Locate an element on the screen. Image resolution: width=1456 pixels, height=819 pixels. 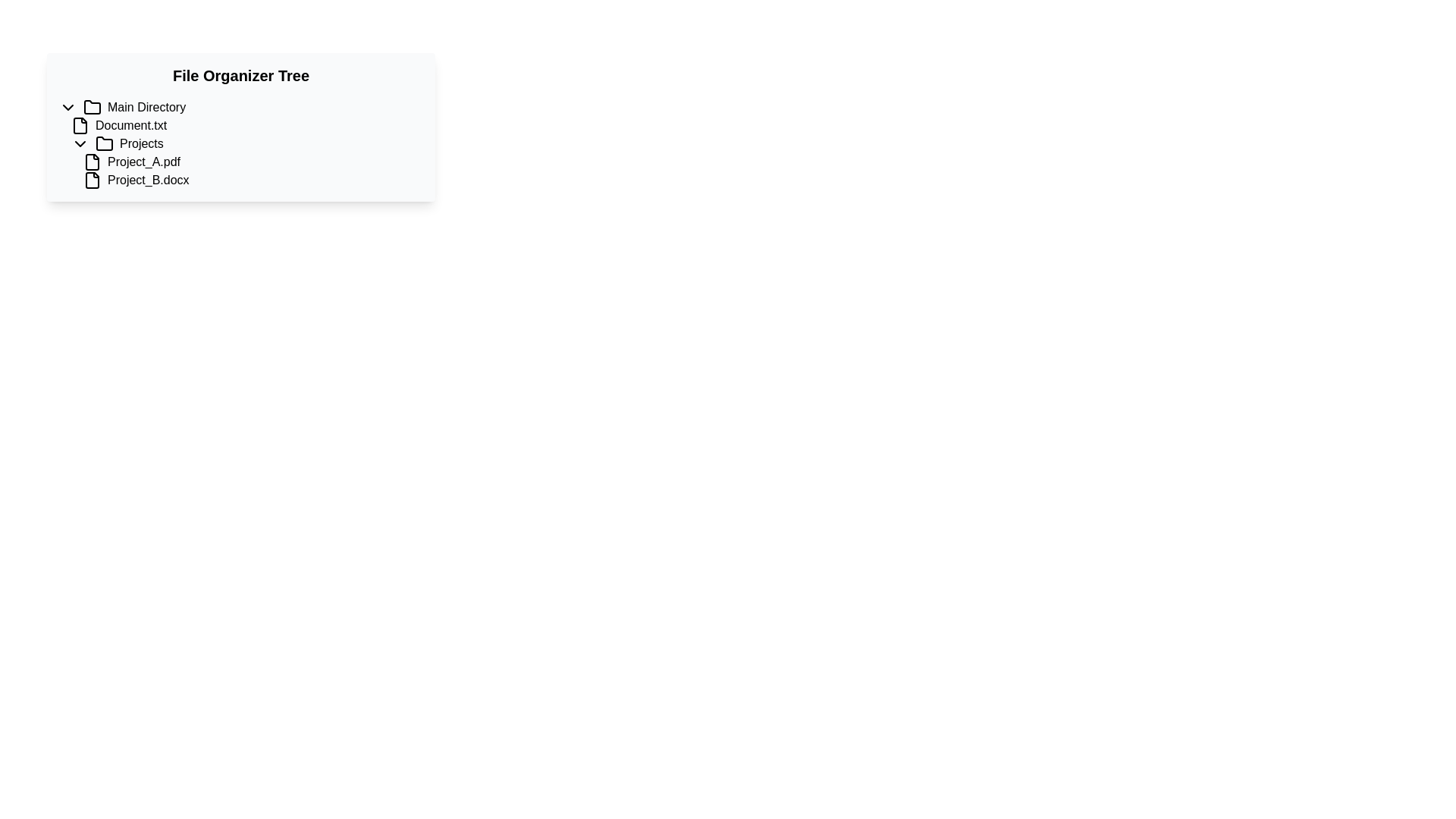
the 'Document.txt' text label located beneath the 'Main Directory' item in the file organizer tree is located at coordinates (130, 124).